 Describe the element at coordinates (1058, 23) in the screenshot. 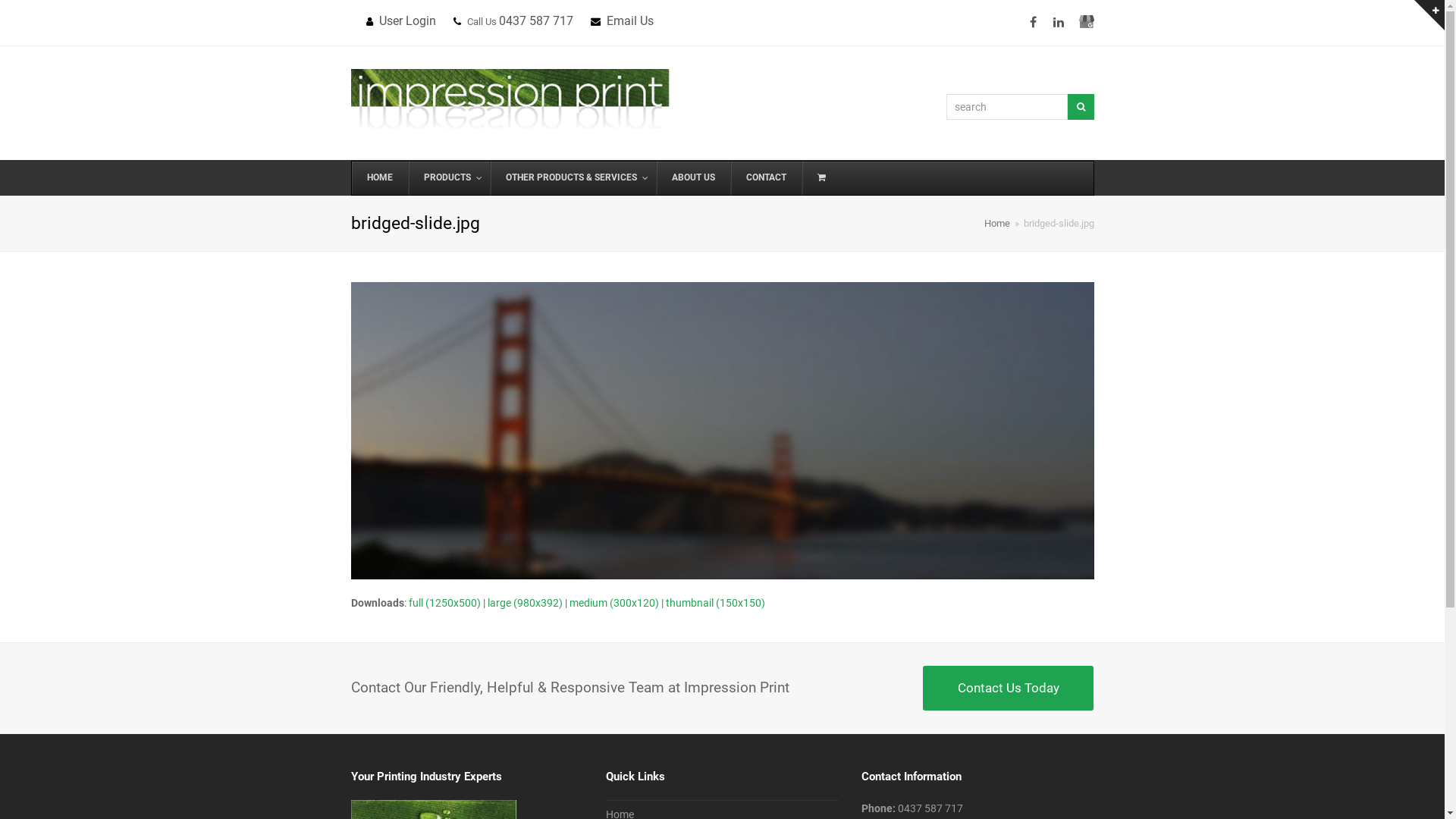

I see `'LinkedIn'` at that location.